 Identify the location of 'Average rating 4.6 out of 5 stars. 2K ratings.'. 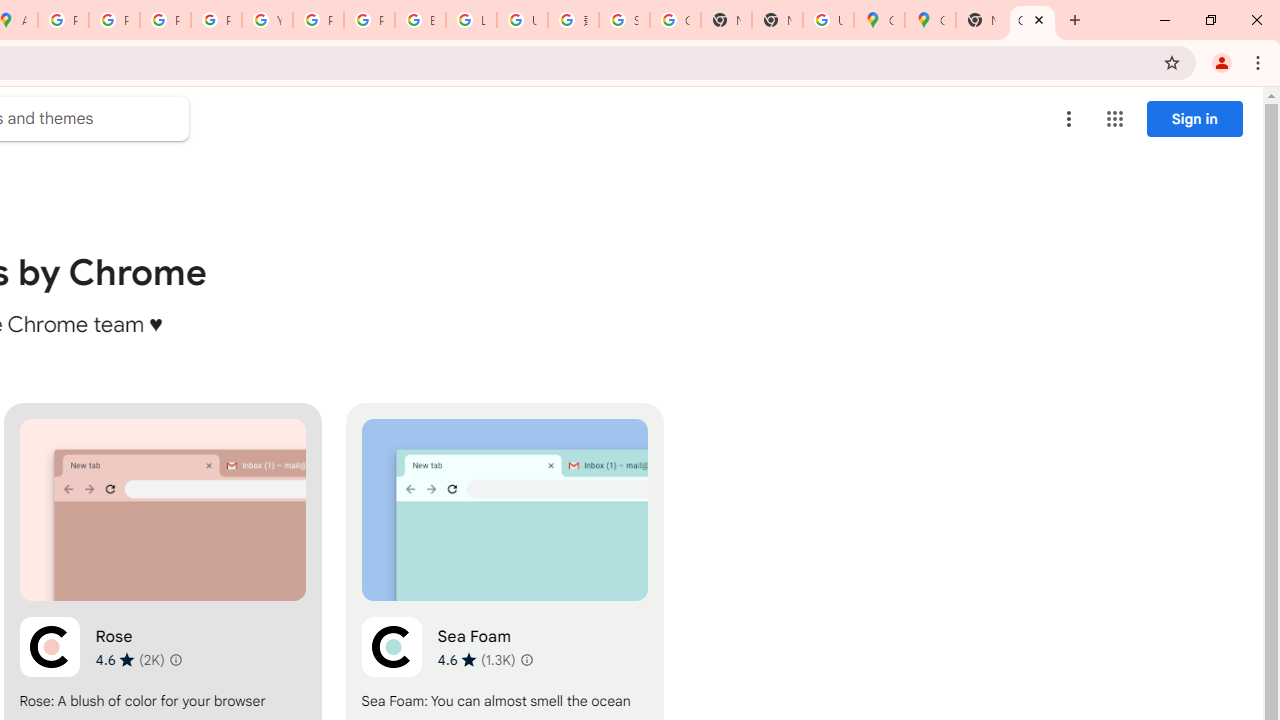
(128, 659).